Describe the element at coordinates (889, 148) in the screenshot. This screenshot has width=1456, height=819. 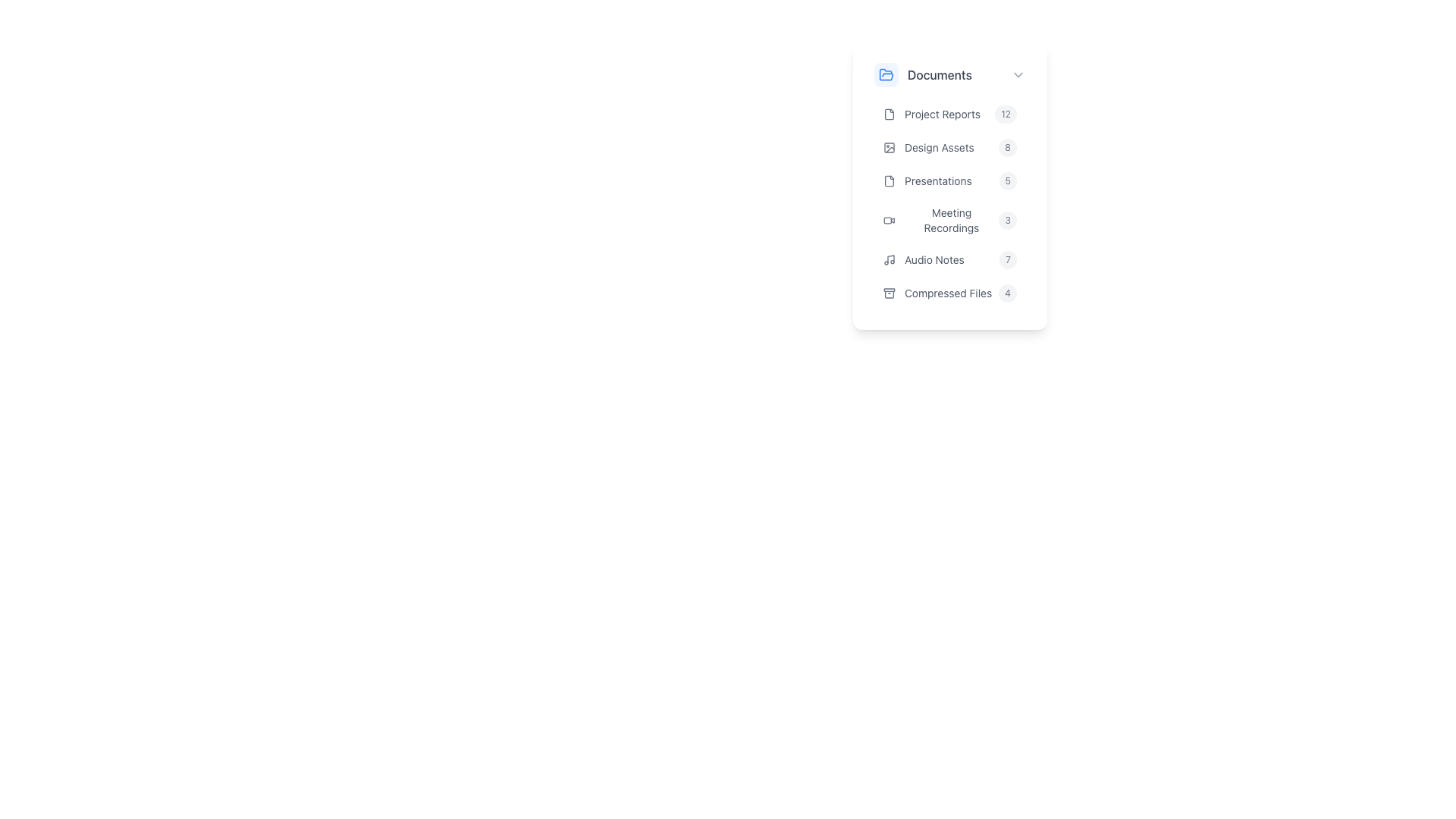
I see `the small gray square icon representing an image, located directly before the text 'Design Assets', as a static representation of a category` at that location.